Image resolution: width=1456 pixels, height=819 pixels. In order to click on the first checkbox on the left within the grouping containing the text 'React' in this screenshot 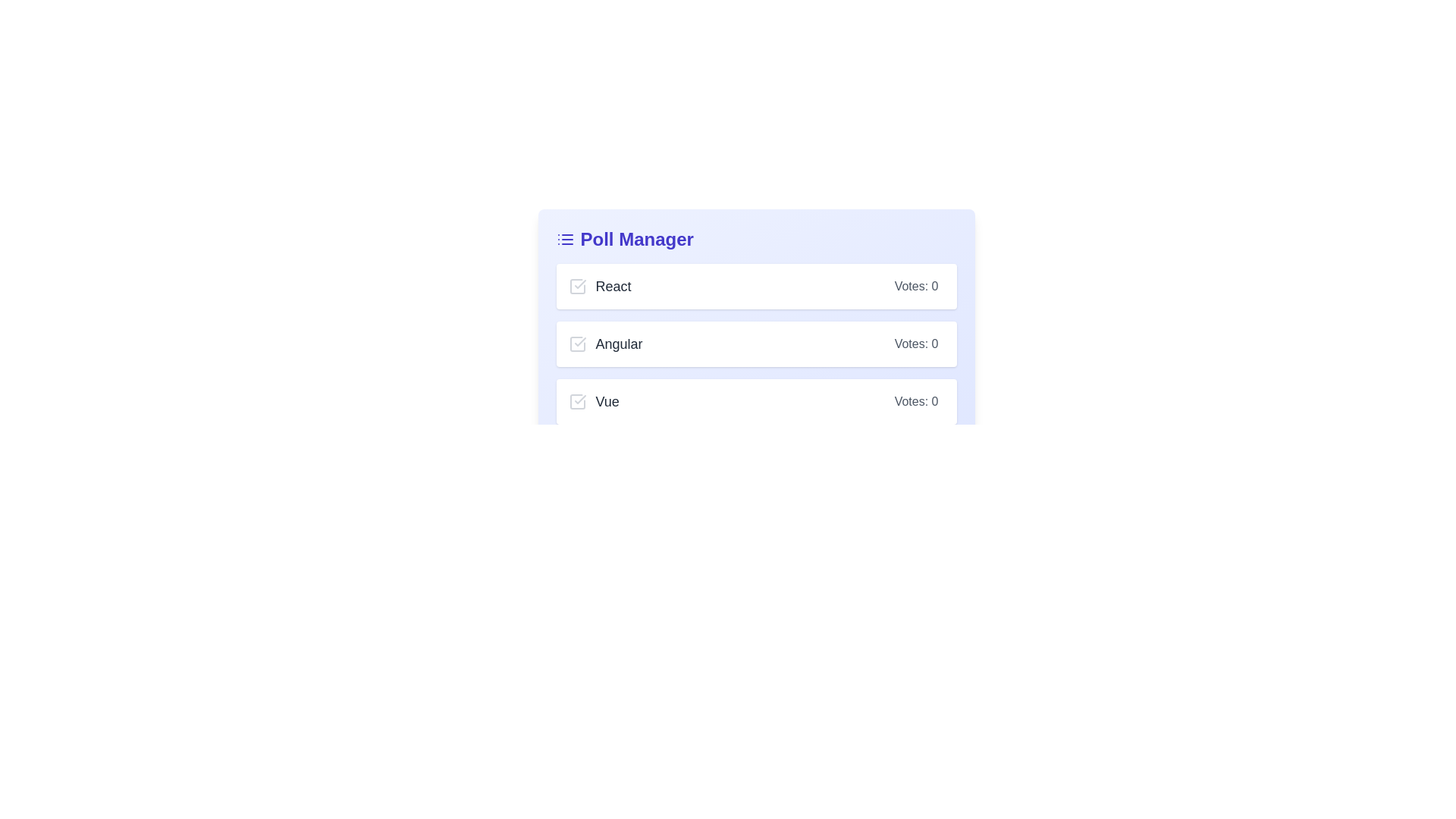, I will do `click(576, 287)`.